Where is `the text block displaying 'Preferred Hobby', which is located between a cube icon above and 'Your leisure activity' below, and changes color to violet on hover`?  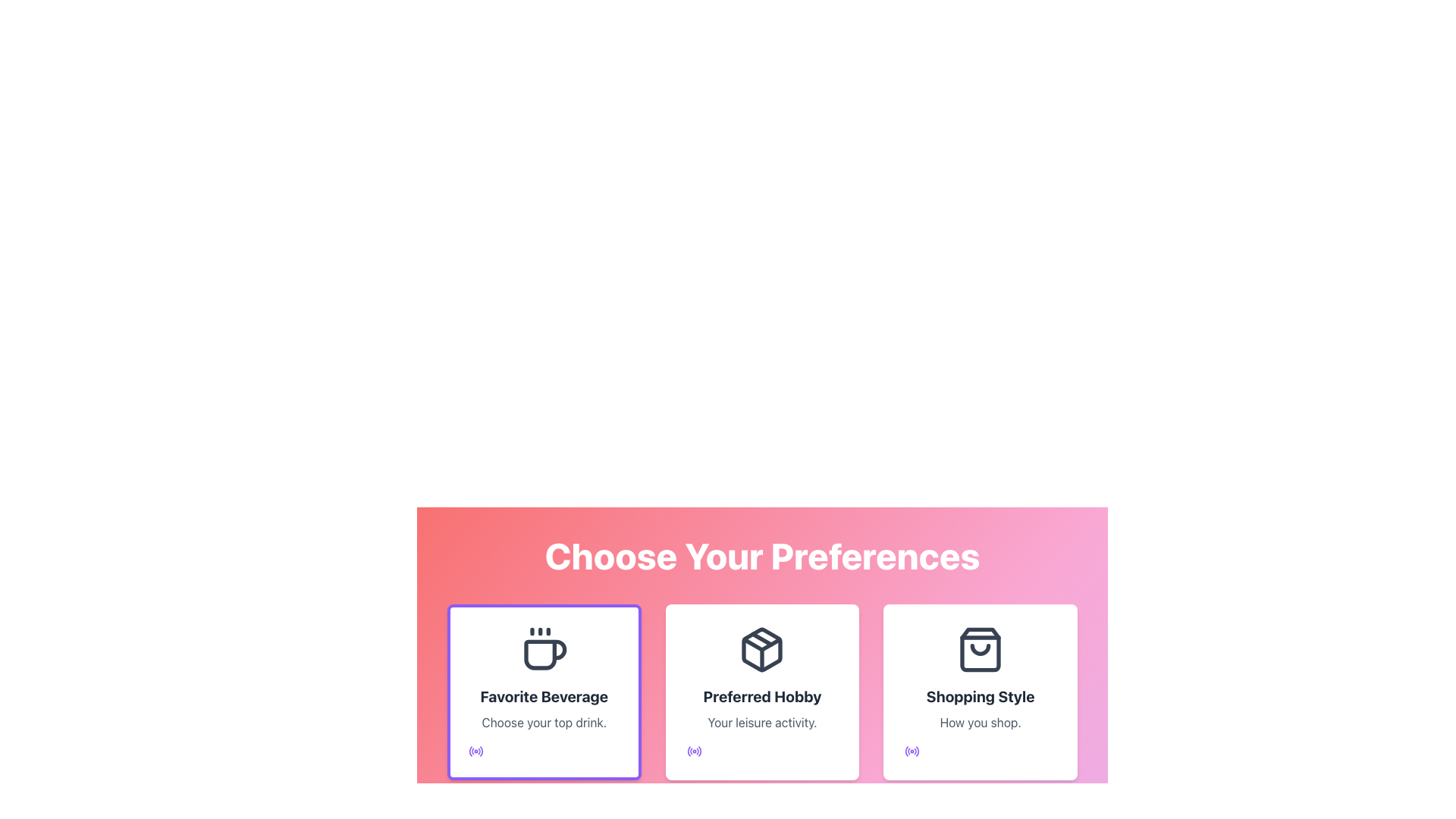
the text block displaying 'Preferred Hobby', which is located between a cube icon above and 'Your leisure activity' below, and changes color to violet on hover is located at coordinates (762, 696).